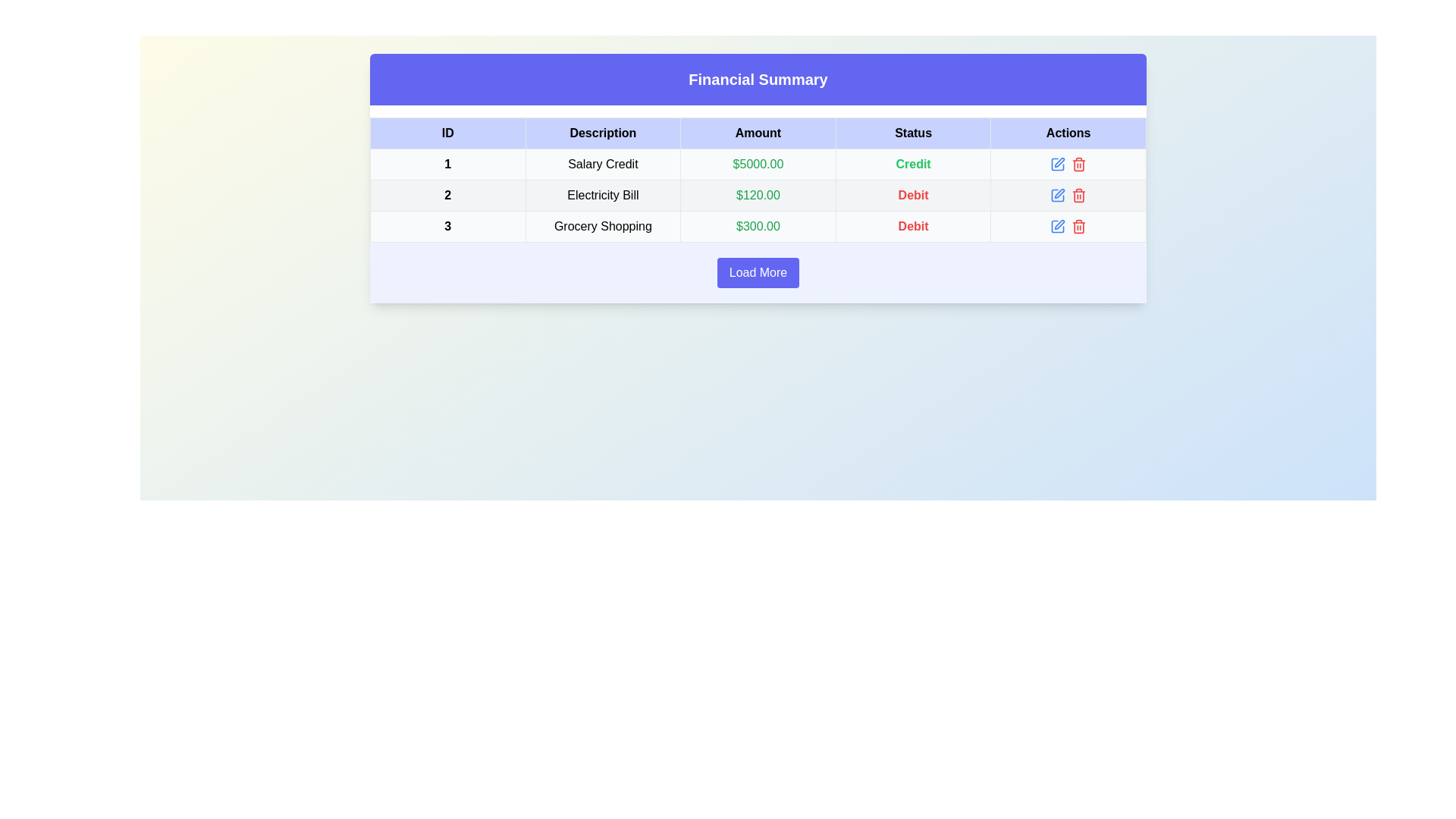 This screenshot has width=1456, height=819. What do you see at coordinates (1068, 227) in the screenshot?
I see `the delete icon in the 'Actions' column of the last row of the table under the title 'Financial Summary'` at bounding box center [1068, 227].